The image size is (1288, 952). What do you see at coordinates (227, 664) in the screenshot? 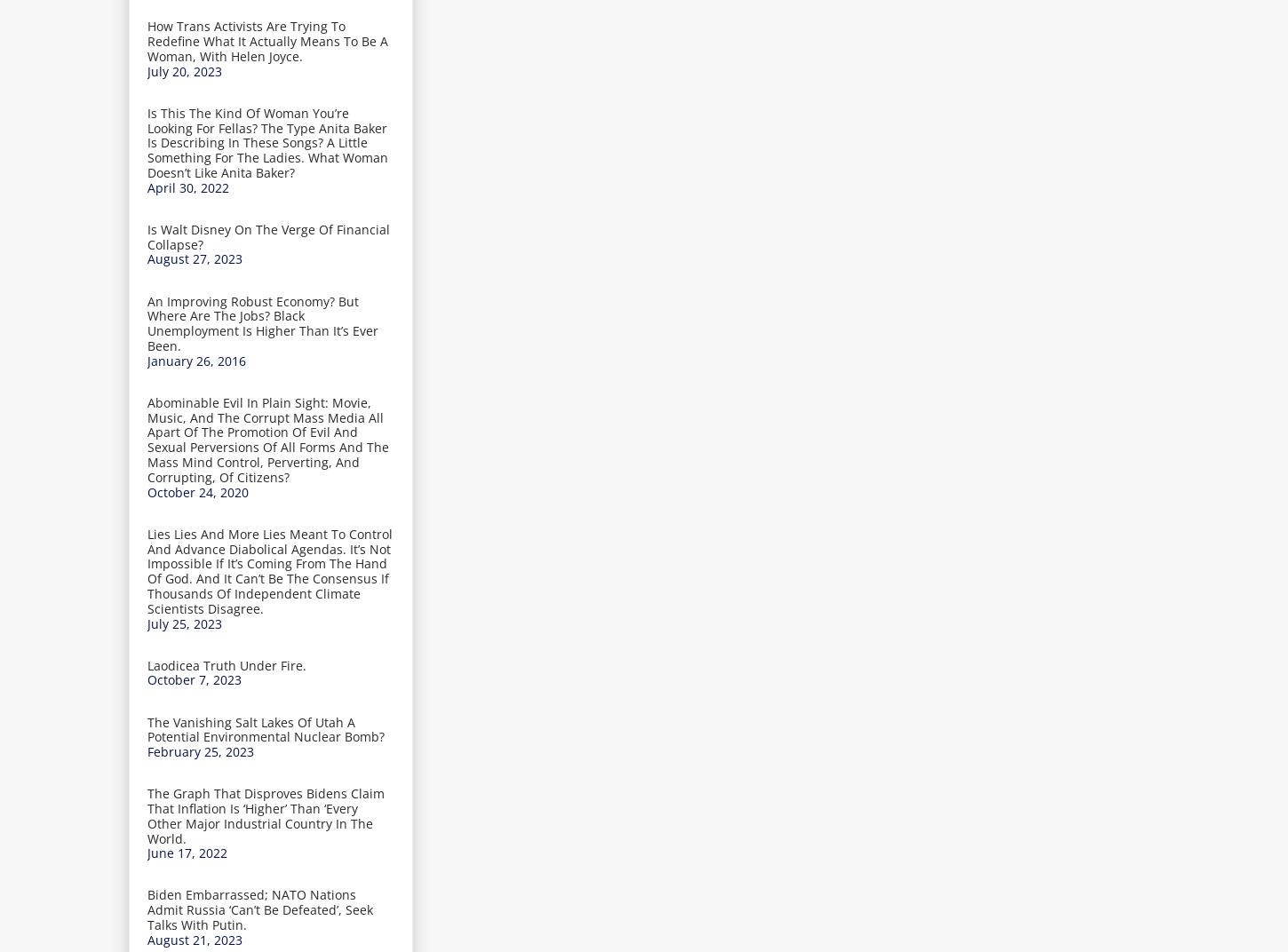
I see `'Laodicea Truth Under Fire.'` at bounding box center [227, 664].